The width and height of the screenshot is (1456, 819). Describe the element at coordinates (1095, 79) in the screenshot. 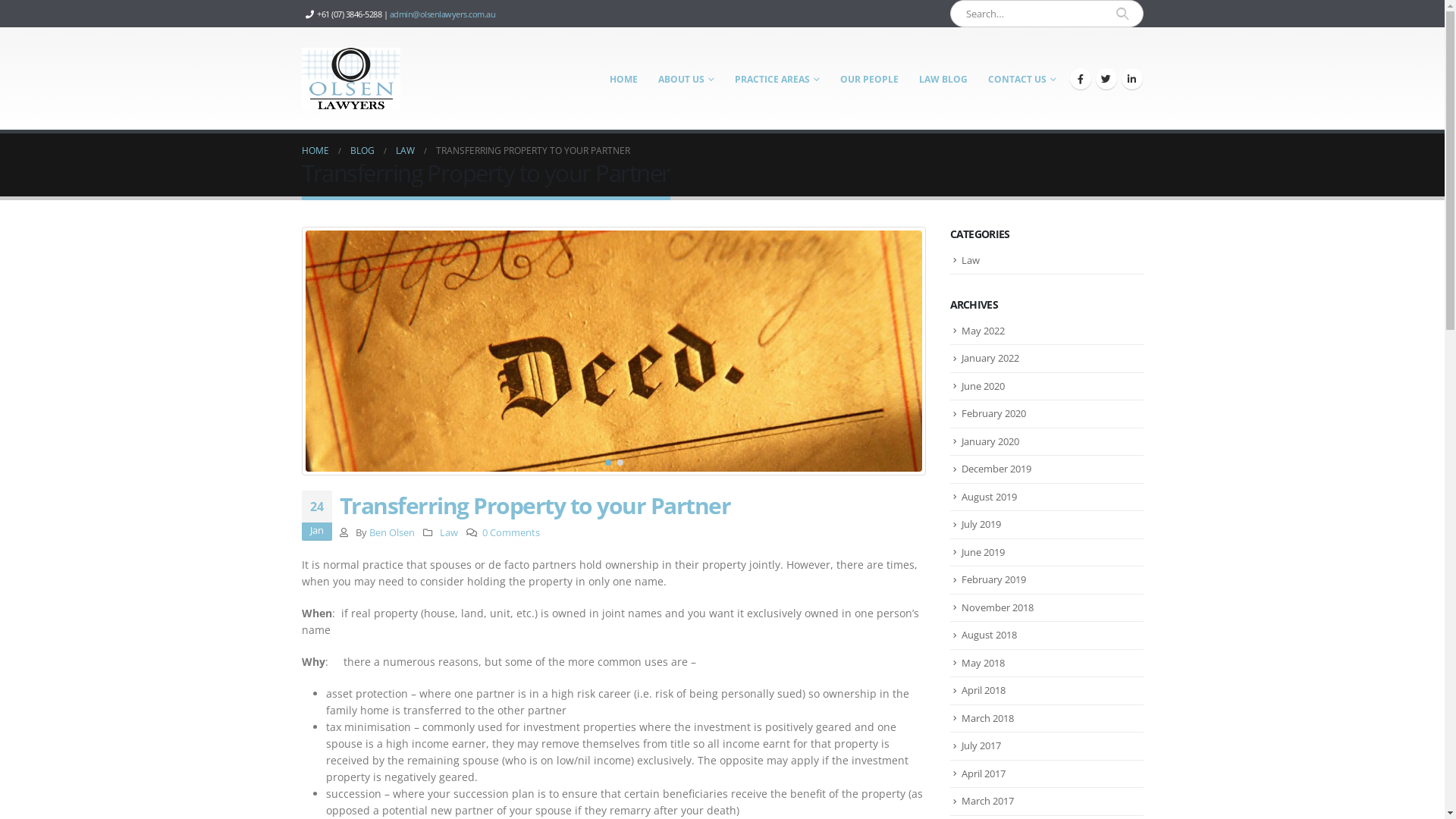

I see `'Twitter'` at that location.